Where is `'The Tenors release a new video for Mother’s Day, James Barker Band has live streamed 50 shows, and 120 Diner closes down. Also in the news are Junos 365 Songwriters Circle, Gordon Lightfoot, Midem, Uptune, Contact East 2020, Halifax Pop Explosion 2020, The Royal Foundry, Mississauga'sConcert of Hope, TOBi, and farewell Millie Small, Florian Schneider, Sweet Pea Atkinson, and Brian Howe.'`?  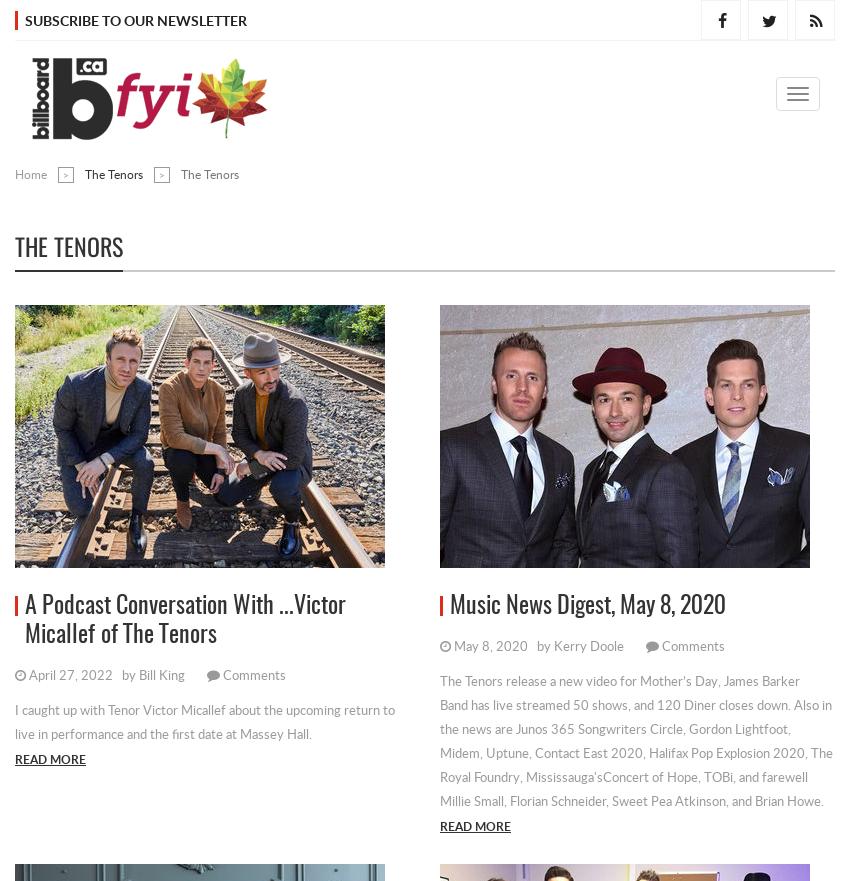
'The Tenors release a new video for Mother’s Day, James Barker Band has live streamed 50 shows, and 120 Diner closes down. Also in the news are Junos 365 Songwriters Circle, Gordon Lightfoot, Midem, Uptune, Contact East 2020, Halifax Pop Explosion 2020, The Royal Foundry, Mississauga'sConcert of Hope, TOBi, and farewell Millie Small, Florian Schneider, Sweet Pea Atkinson, and Brian Howe.' is located at coordinates (635, 741).